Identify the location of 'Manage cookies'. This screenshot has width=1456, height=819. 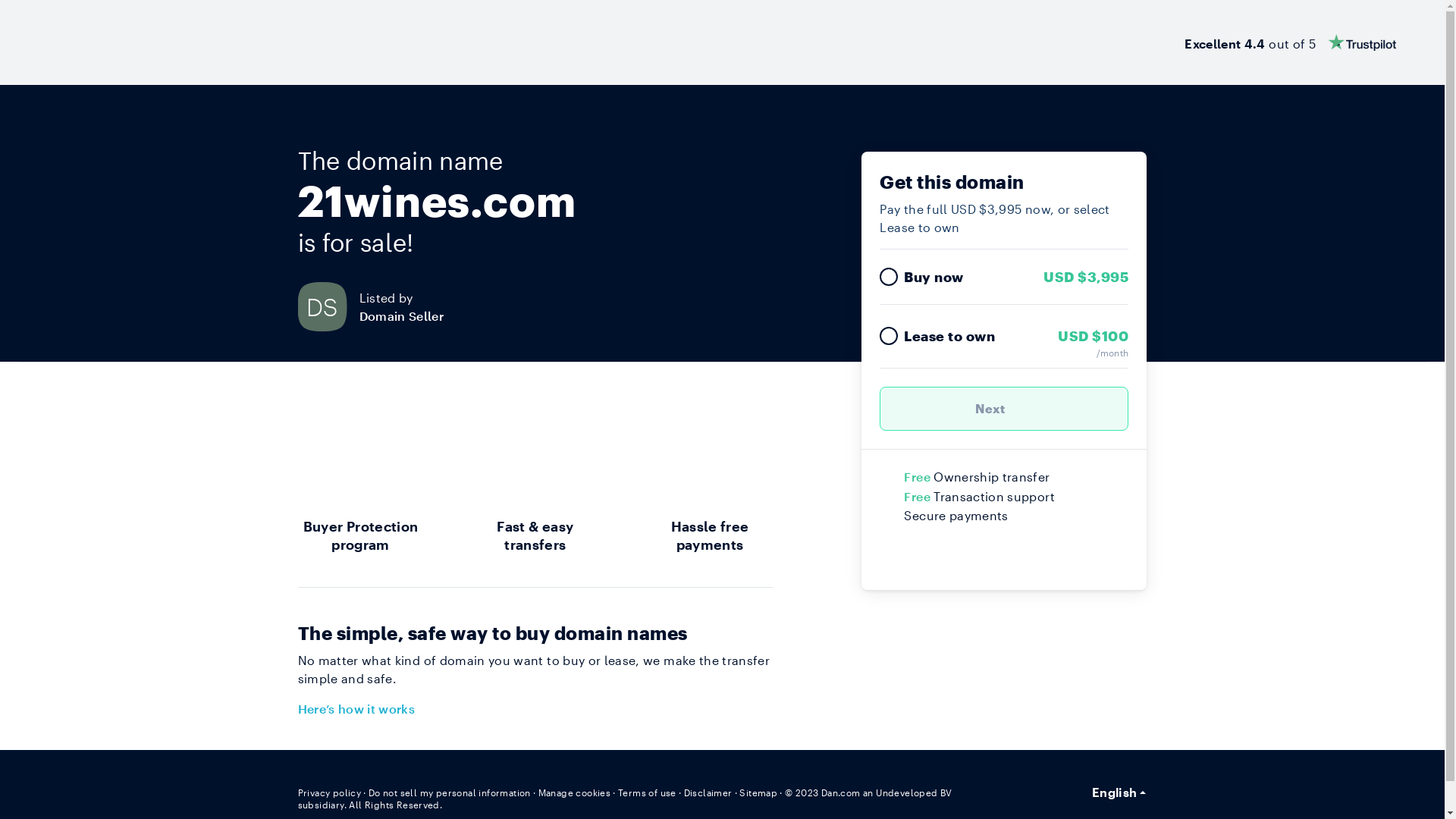
(574, 792).